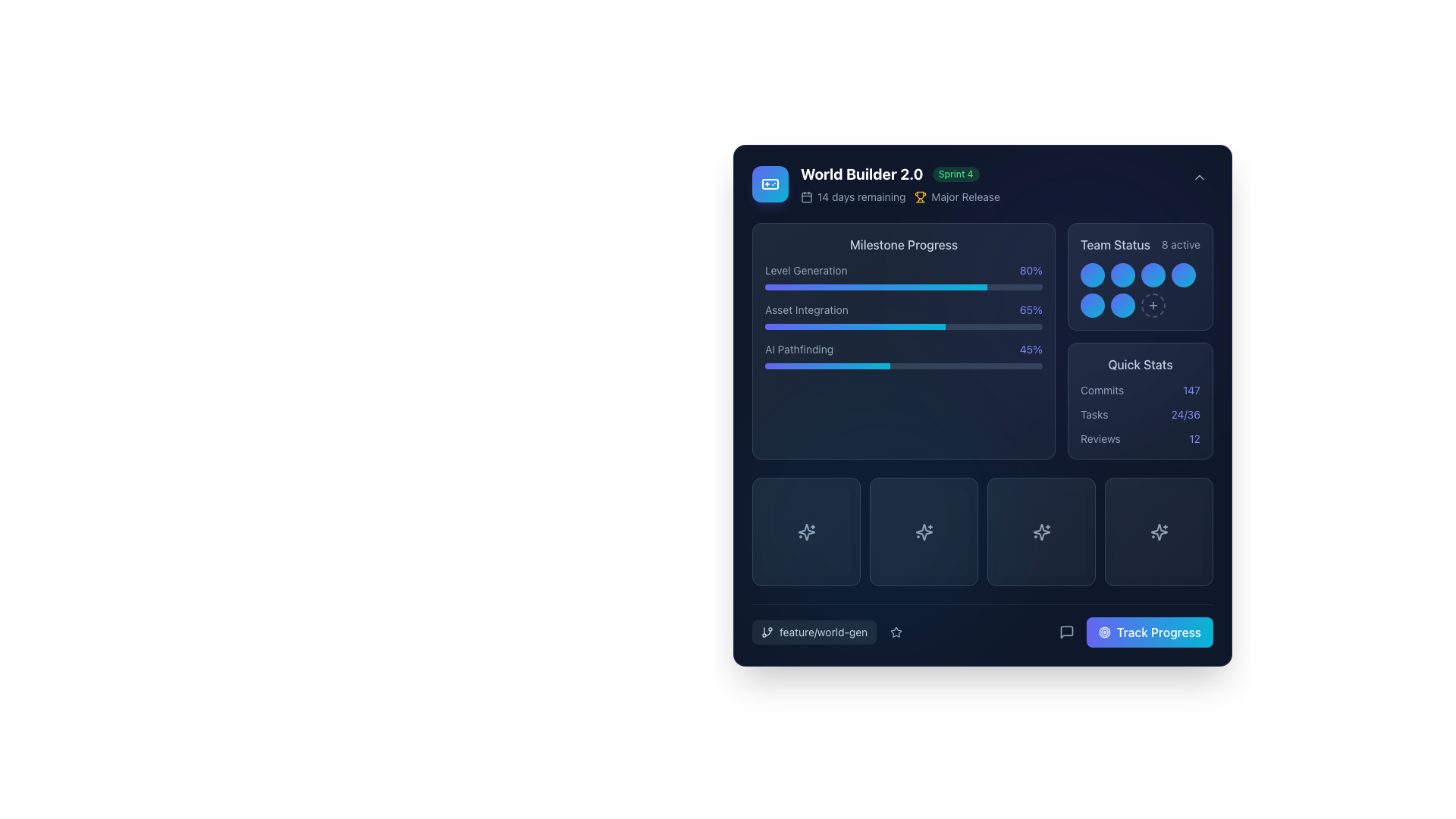 The height and width of the screenshot is (819, 1456). What do you see at coordinates (920, 287) in the screenshot?
I see `progress` at bounding box center [920, 287].